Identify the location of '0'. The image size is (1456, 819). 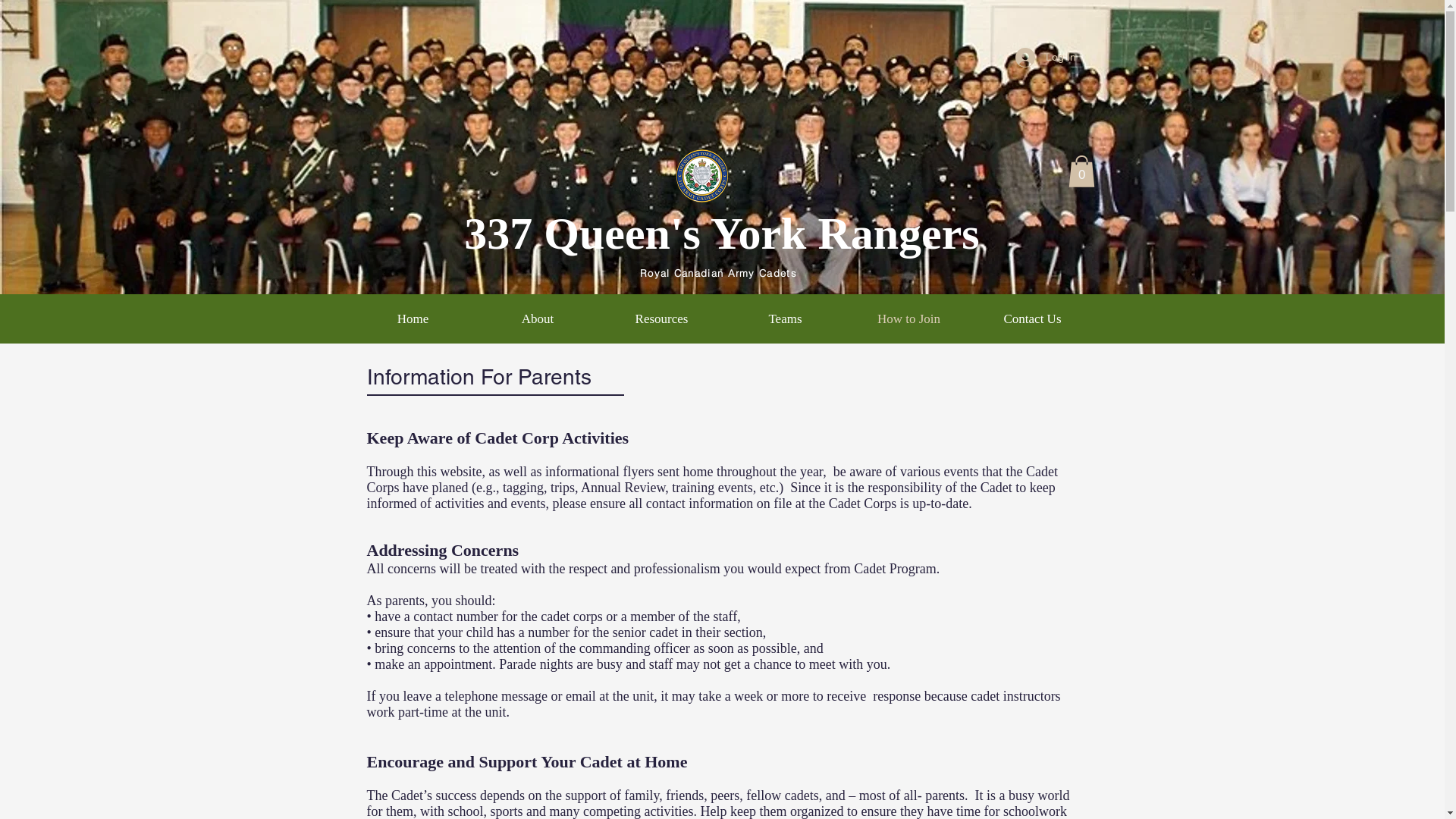
(1066, 171).